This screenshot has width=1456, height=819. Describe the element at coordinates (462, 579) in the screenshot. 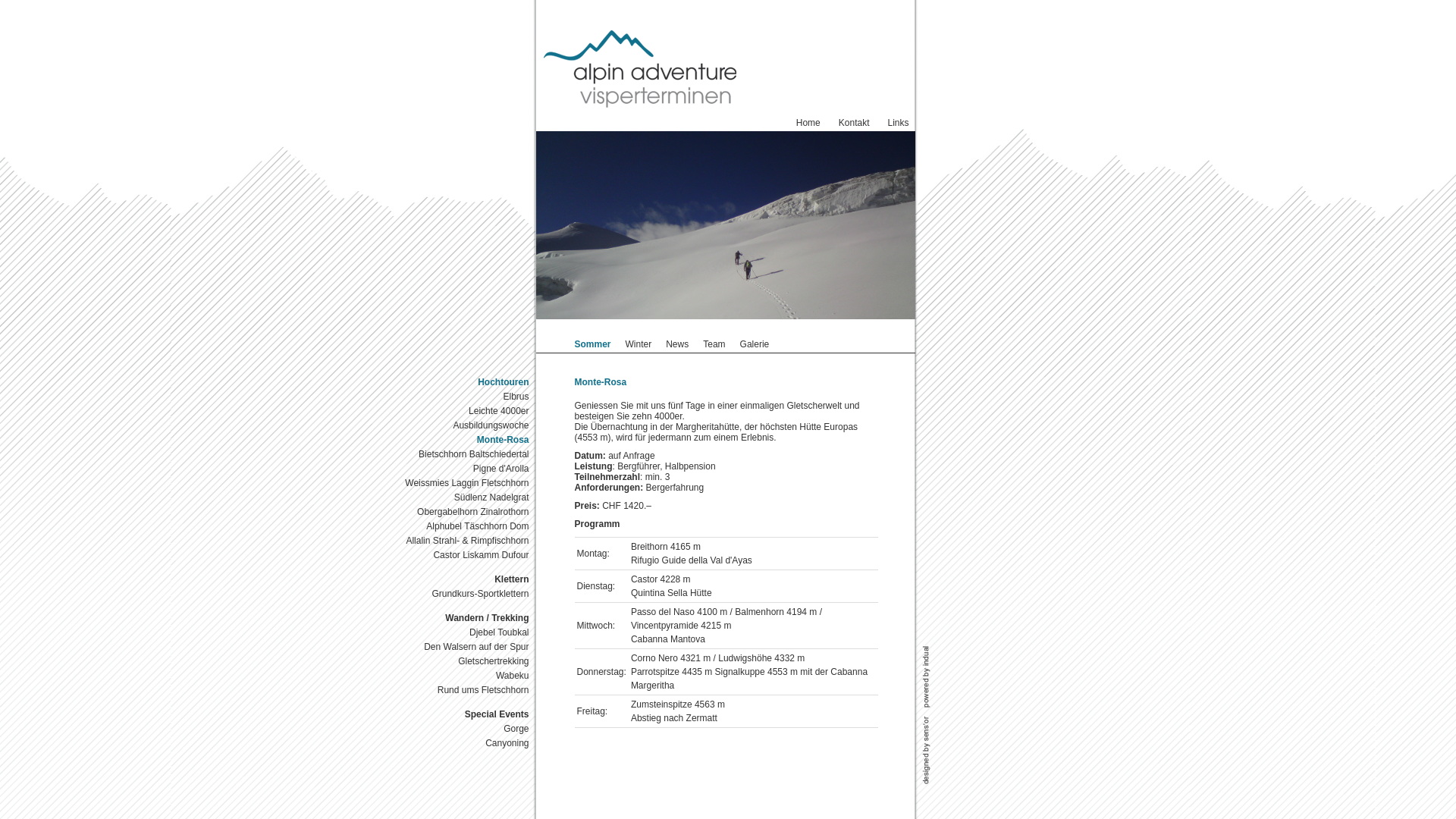

I see `'Klettern'` at that location.